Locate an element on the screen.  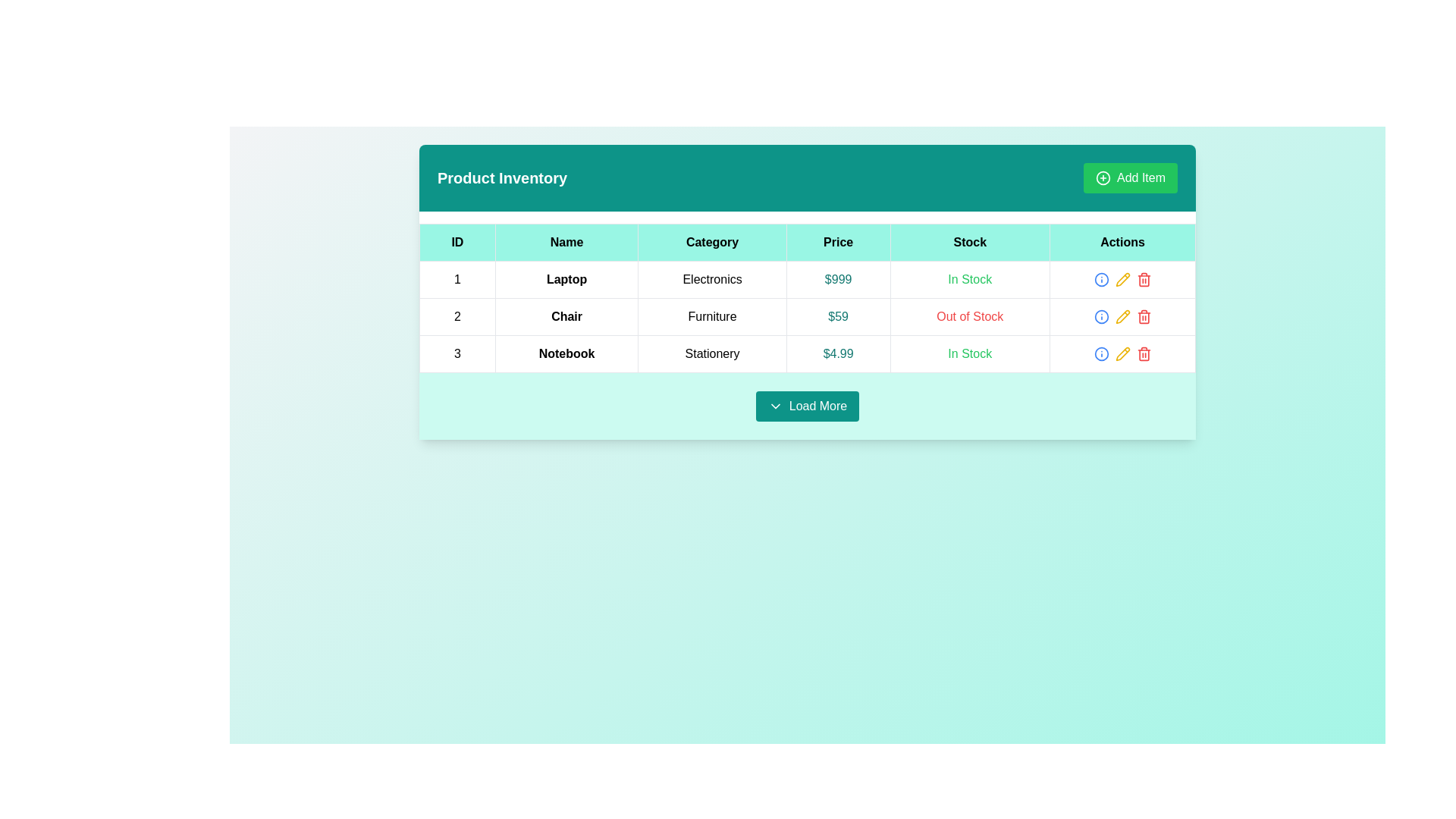
the 'ID' cell in the first column of the third row of the table is located at coordinates (457, 353).